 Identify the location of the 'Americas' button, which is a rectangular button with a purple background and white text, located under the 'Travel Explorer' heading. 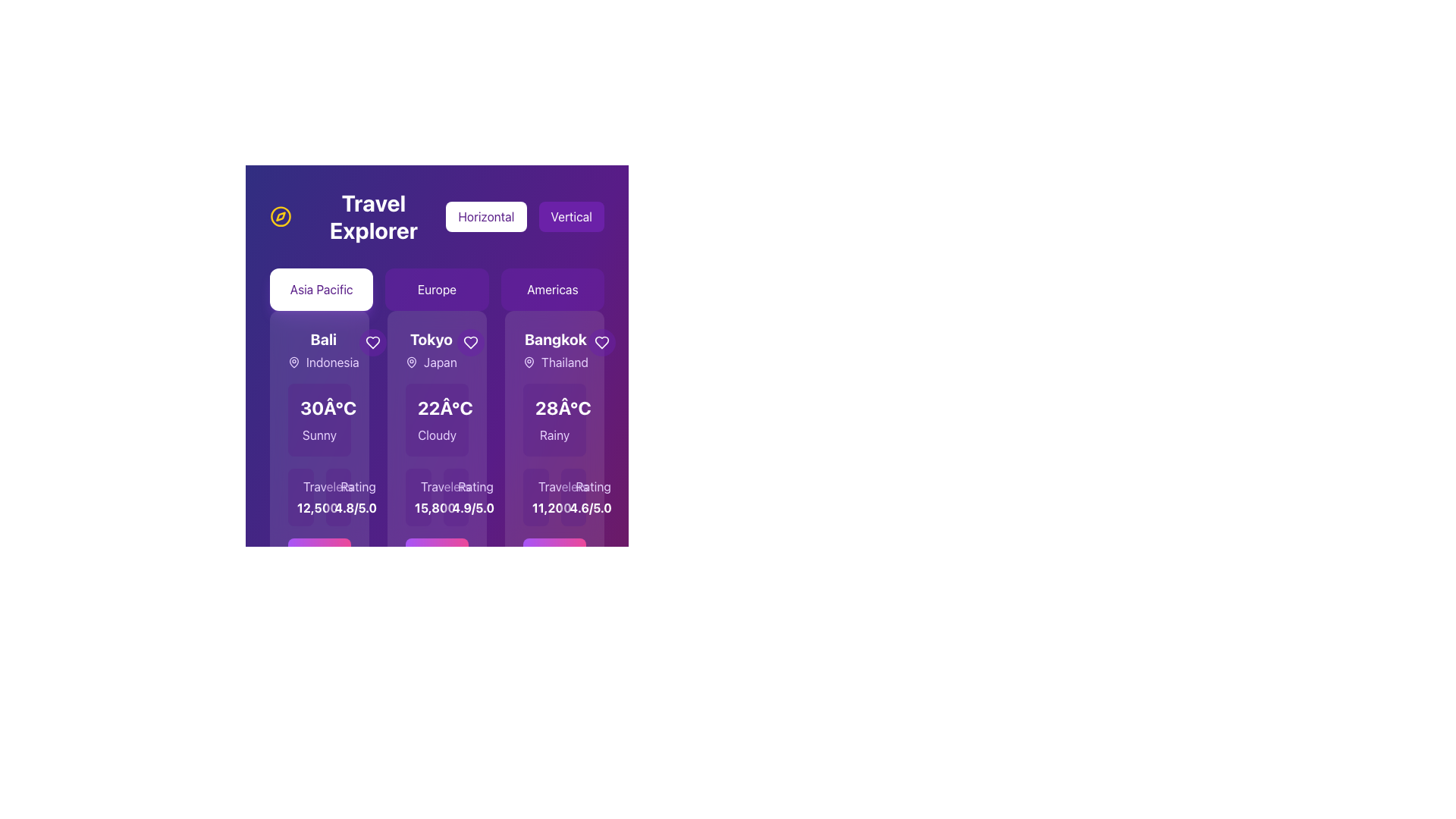
(551, 289).